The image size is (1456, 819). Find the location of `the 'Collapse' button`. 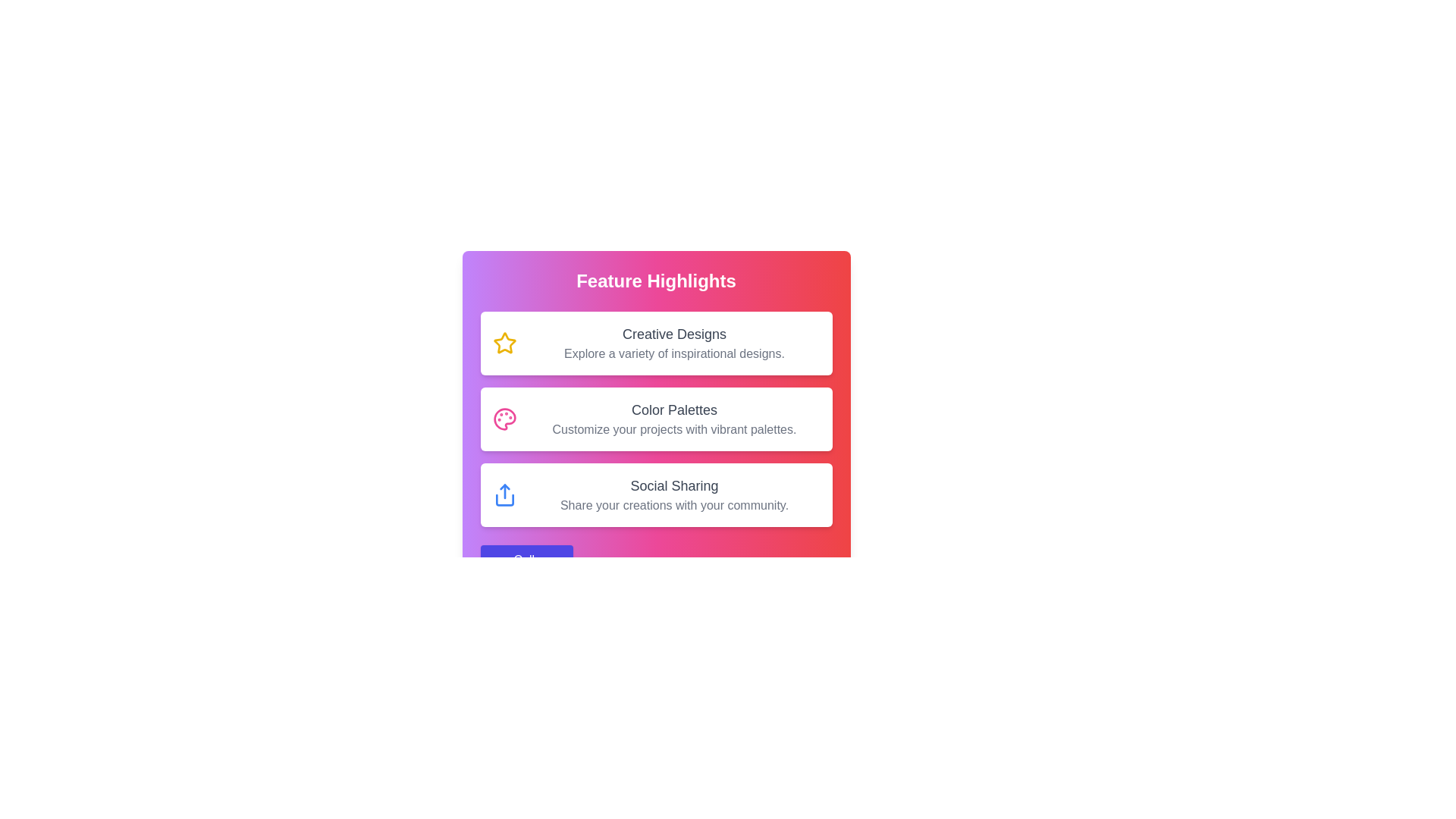

the 'Collapse' button is located at coordinates (500, 560).